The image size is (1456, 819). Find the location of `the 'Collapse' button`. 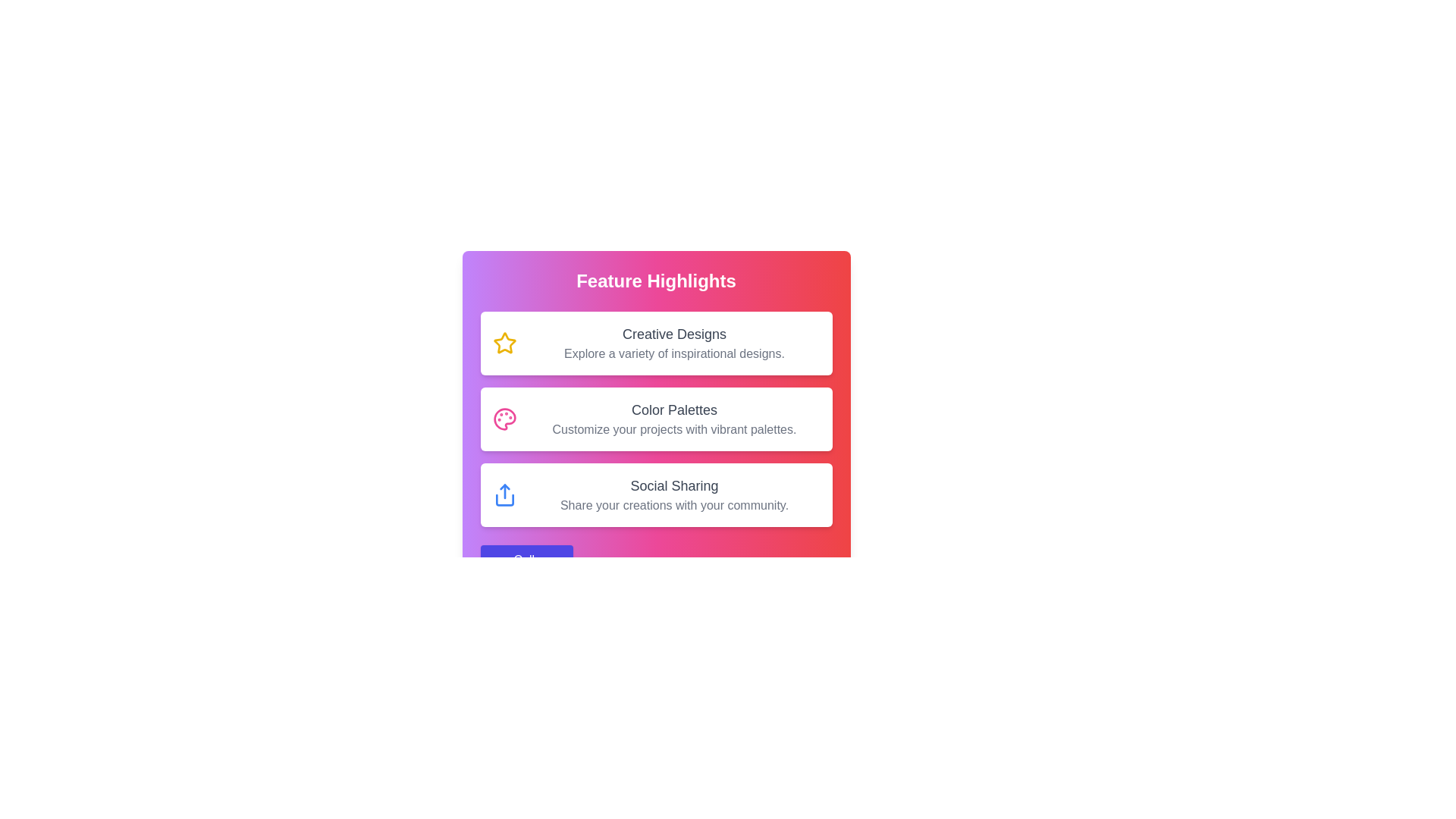

the 'Collapse' button is located at coordinates (500, 560).